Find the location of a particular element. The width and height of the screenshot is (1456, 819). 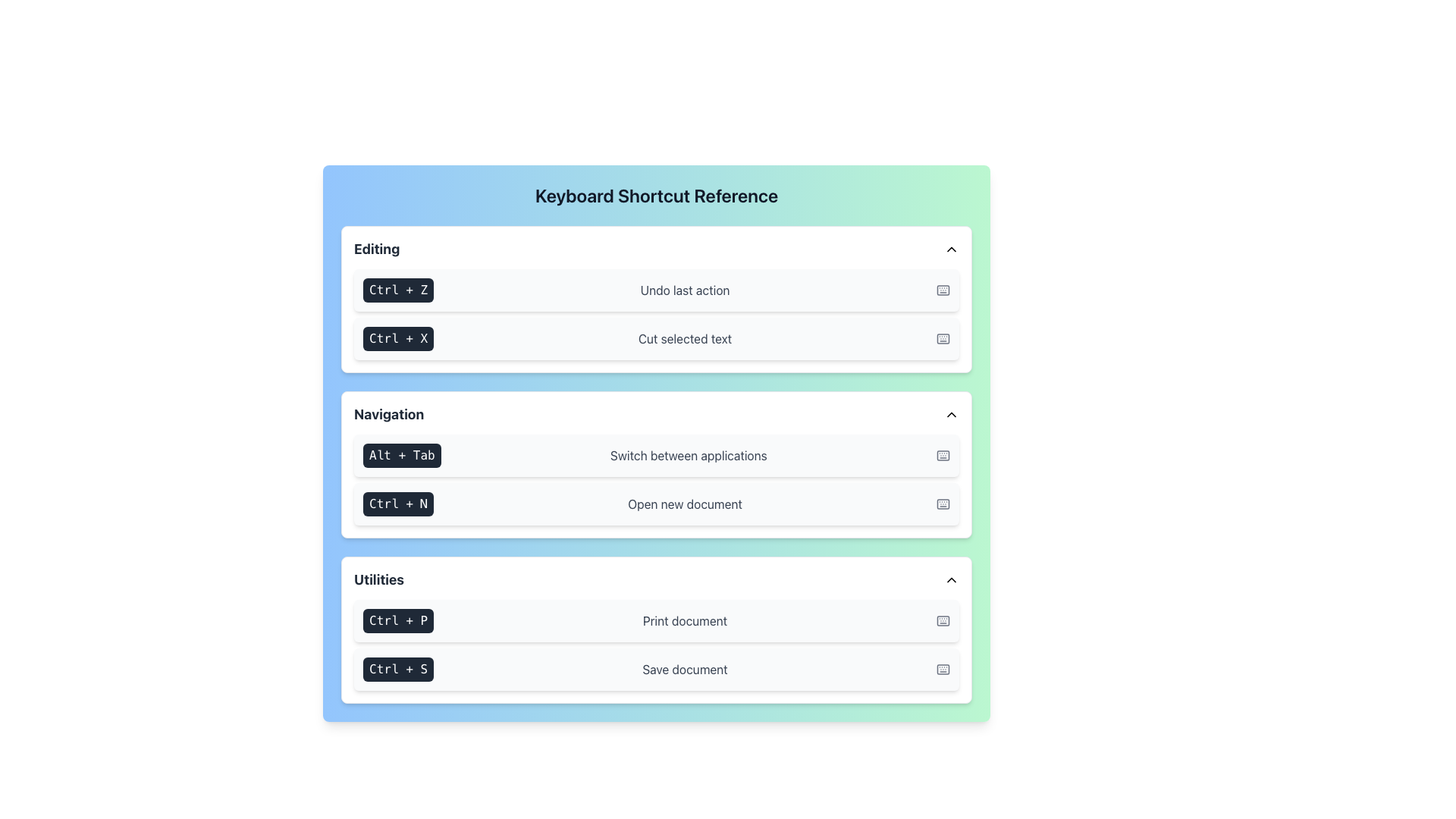

the row in the Informational Panel under the 'Navigation' section that displays the keyboard shortcut information for 'Alt + Tab' and 'Ctrl + N' to interact with it is located at coordinates (656, 464).